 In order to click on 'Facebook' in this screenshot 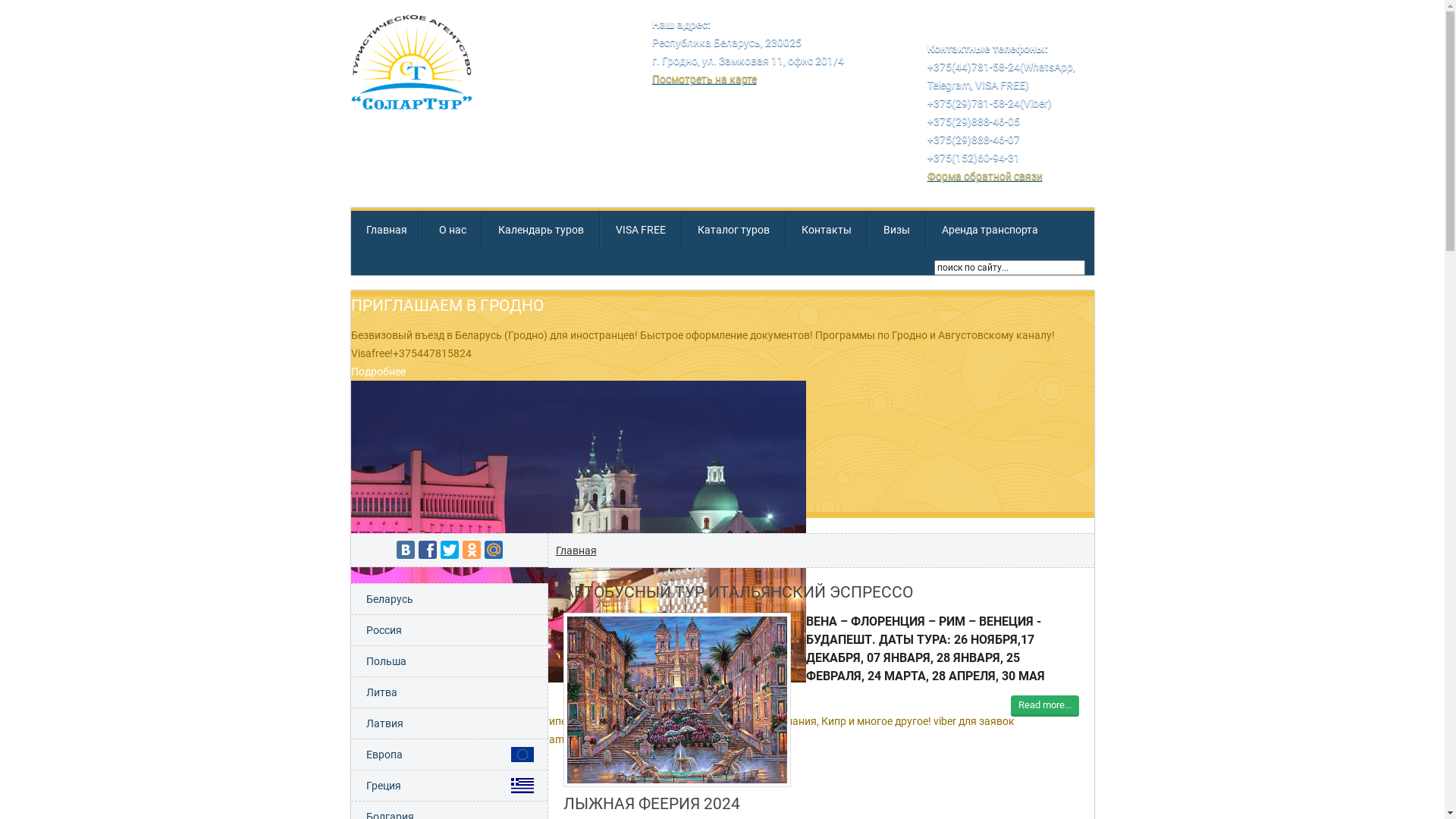, I will do `click(426, 550)`.